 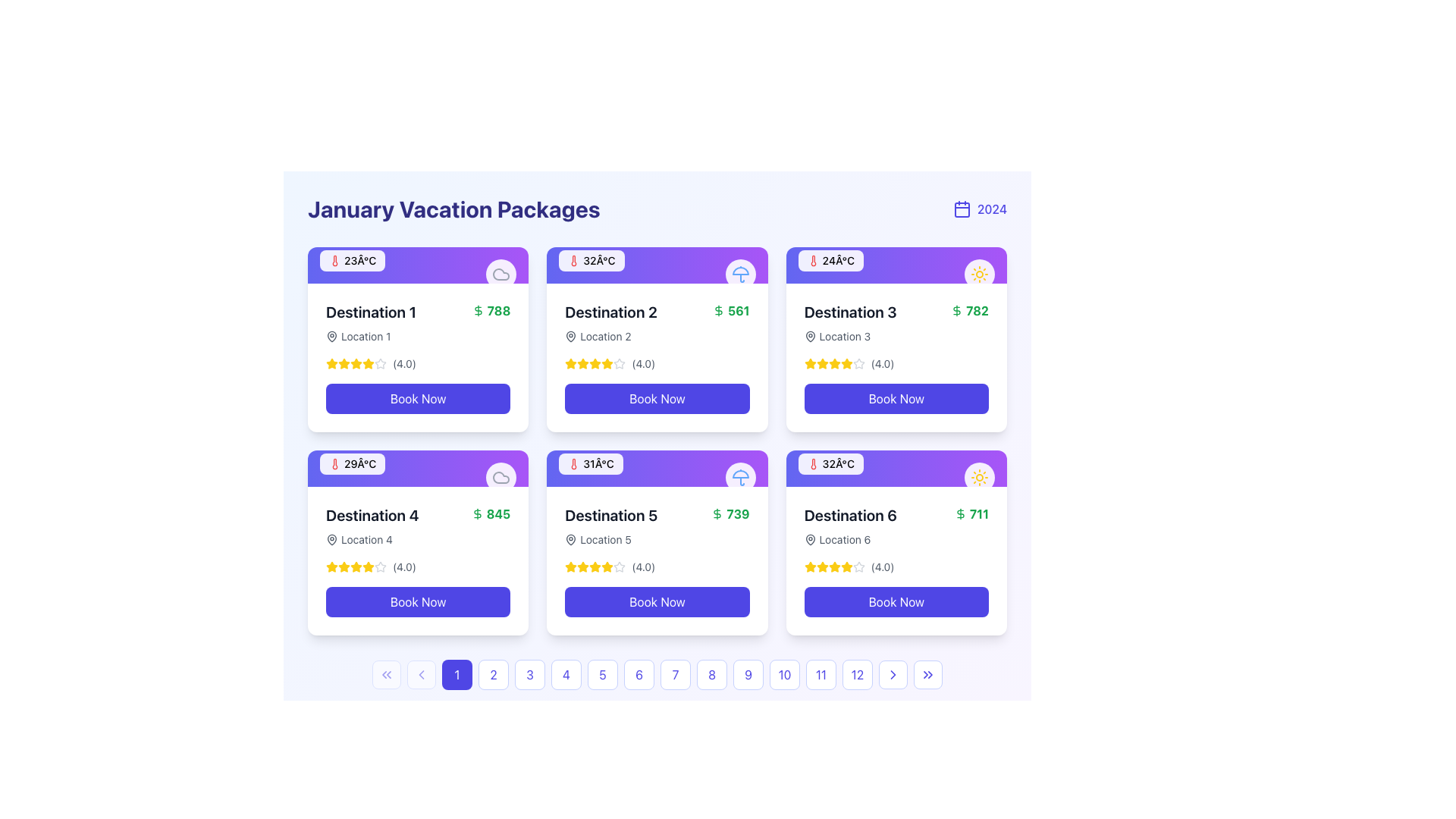 I want to click on the text label displaying 'Location 5', which is styled in gray and positioned below the title and price information of 'Destination 5' in the second card of a three-card layout, so click(x=605, y=539).